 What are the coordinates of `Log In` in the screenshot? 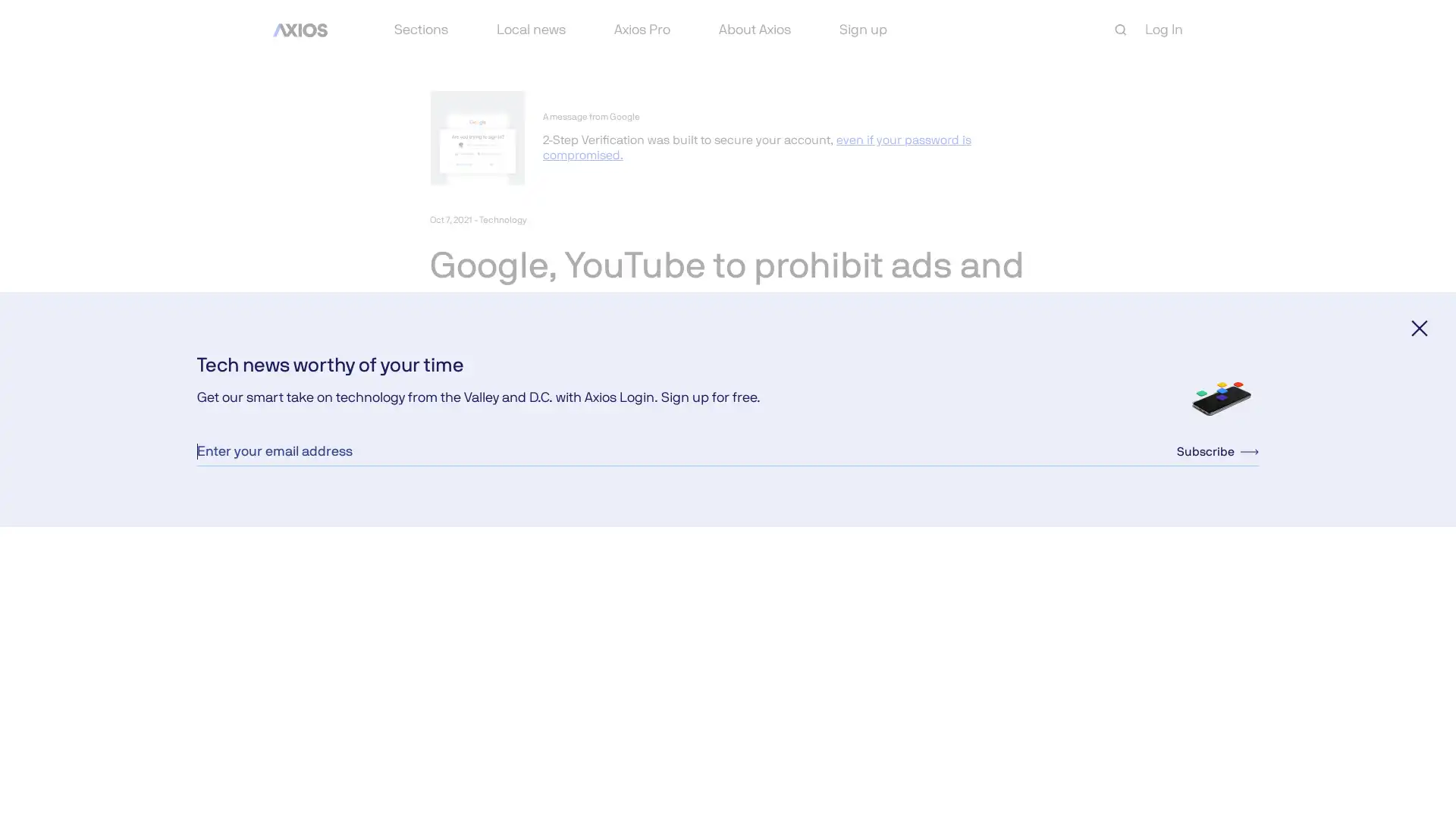 It's located at (1163, 29).